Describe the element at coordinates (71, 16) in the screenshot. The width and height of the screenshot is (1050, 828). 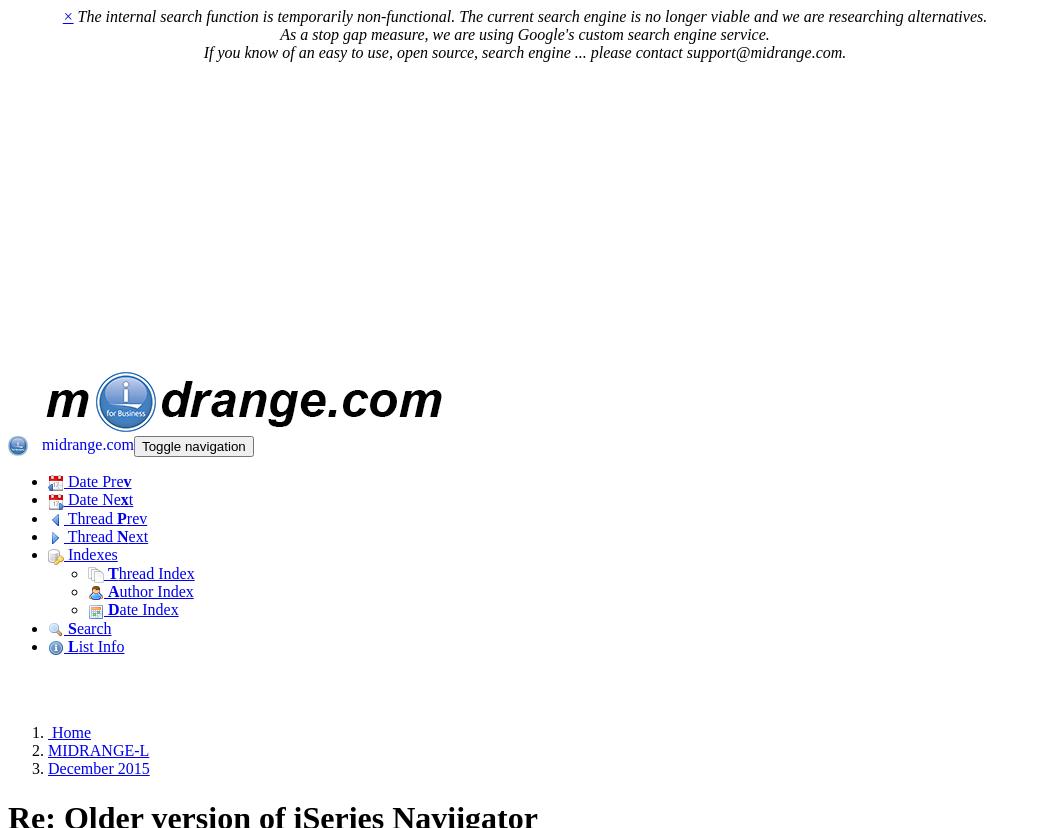
I see `'The internal search function is temporarily non-functional. The current search engine is no longer viable and we are researching alternatives.'` at that location.